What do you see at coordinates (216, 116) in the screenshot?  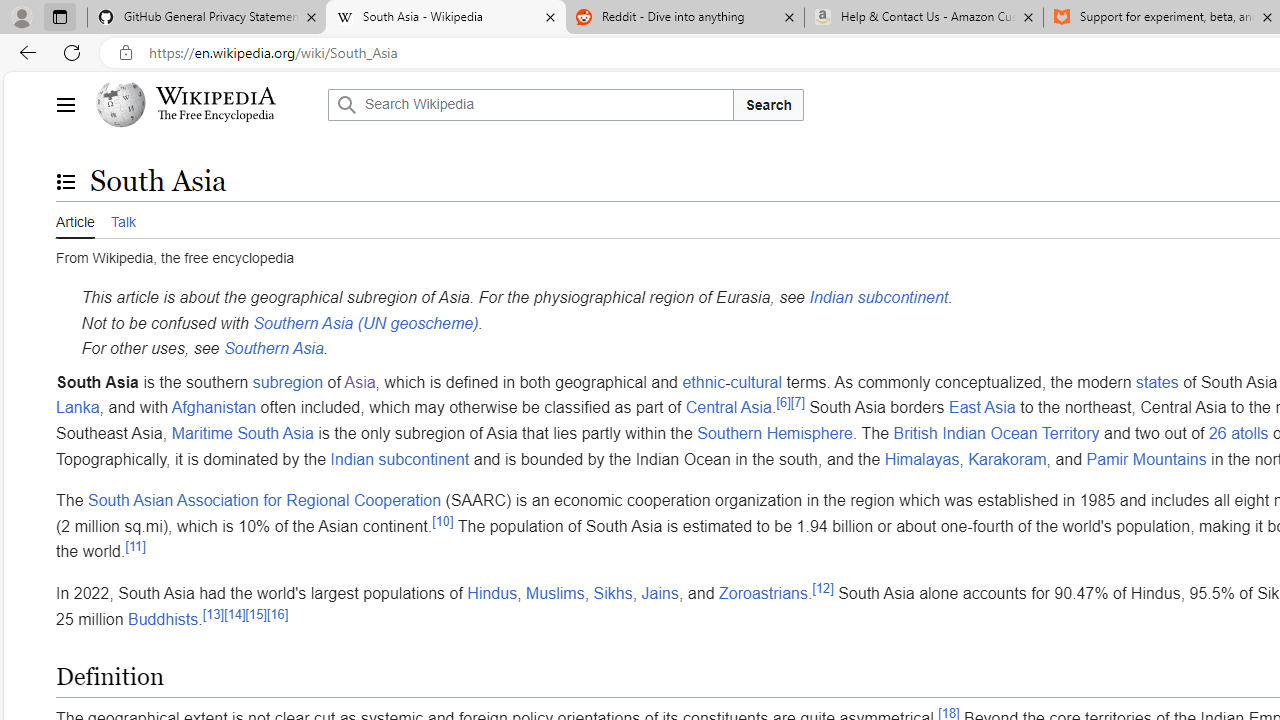 I see `'The Free Encyclopedia'` at bounding box center [216, 116].